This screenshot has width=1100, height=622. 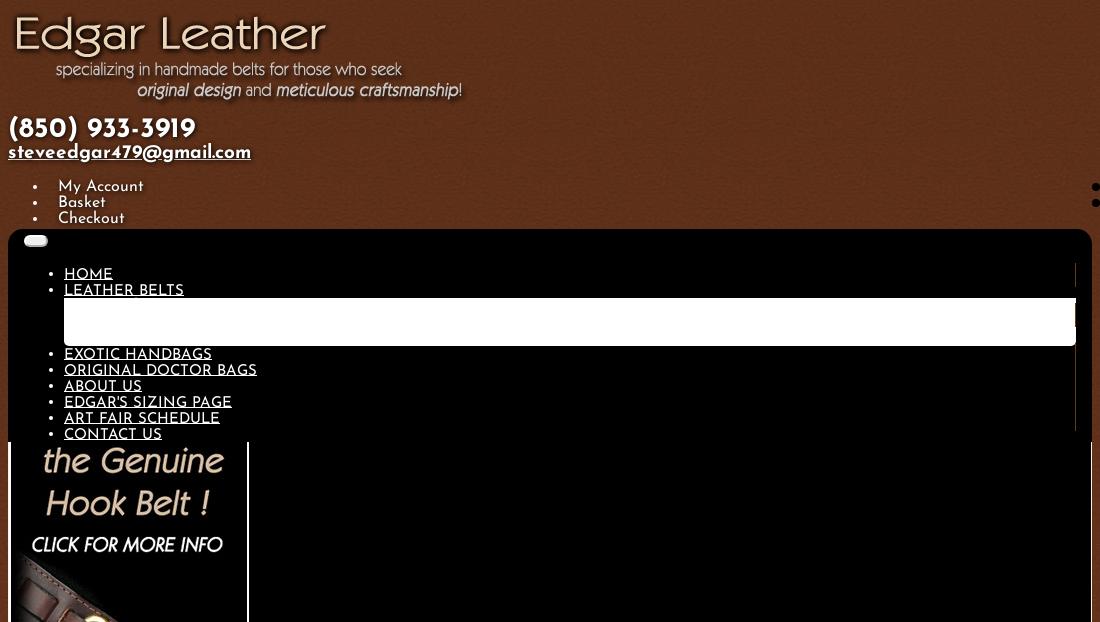 I want to click on 'My Account', so click(x=99, y=186).